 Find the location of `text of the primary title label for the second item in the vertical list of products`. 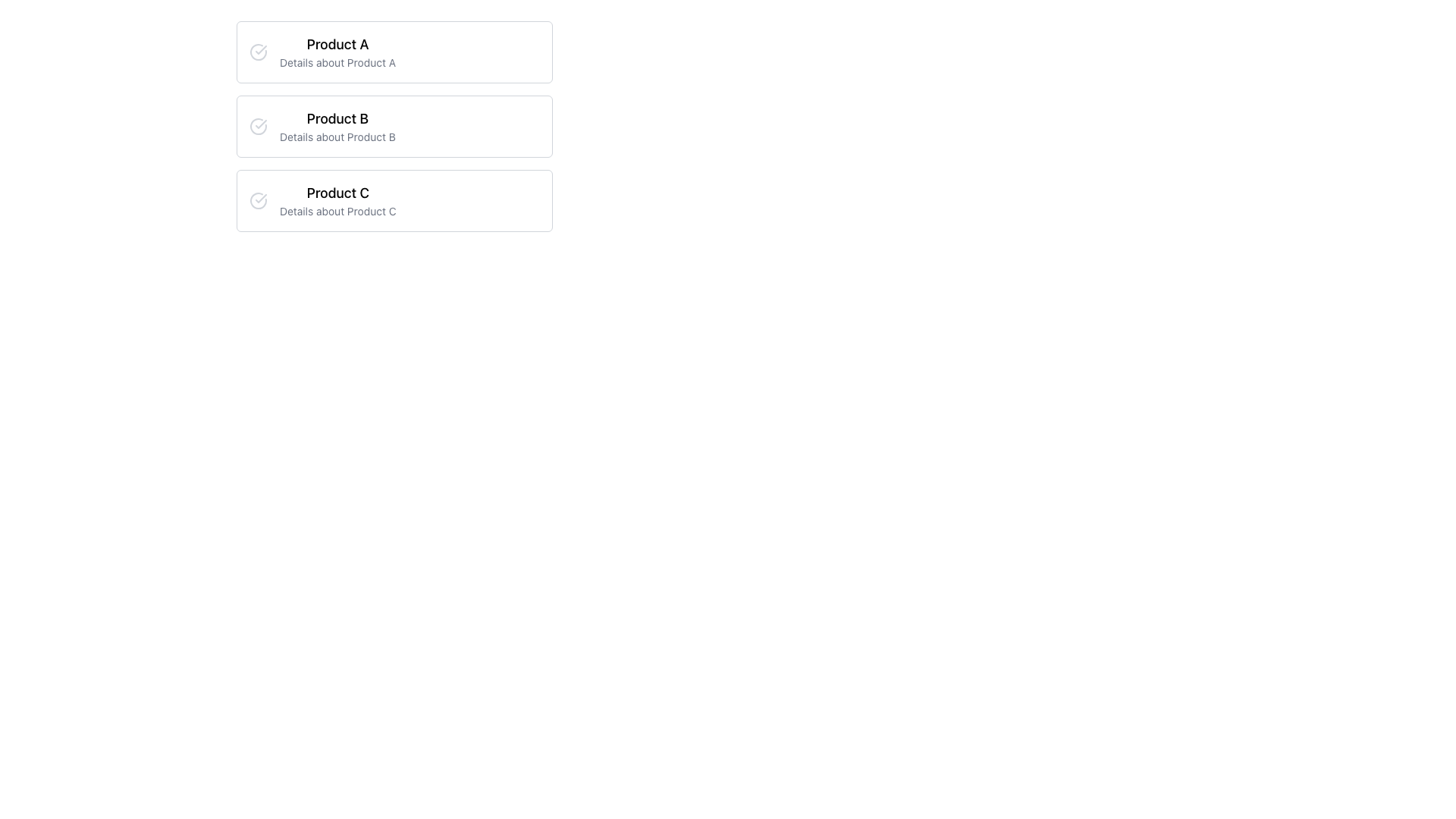

text of the primary title label for the second item in the vertical list of products is located at coordinates (337, 118).